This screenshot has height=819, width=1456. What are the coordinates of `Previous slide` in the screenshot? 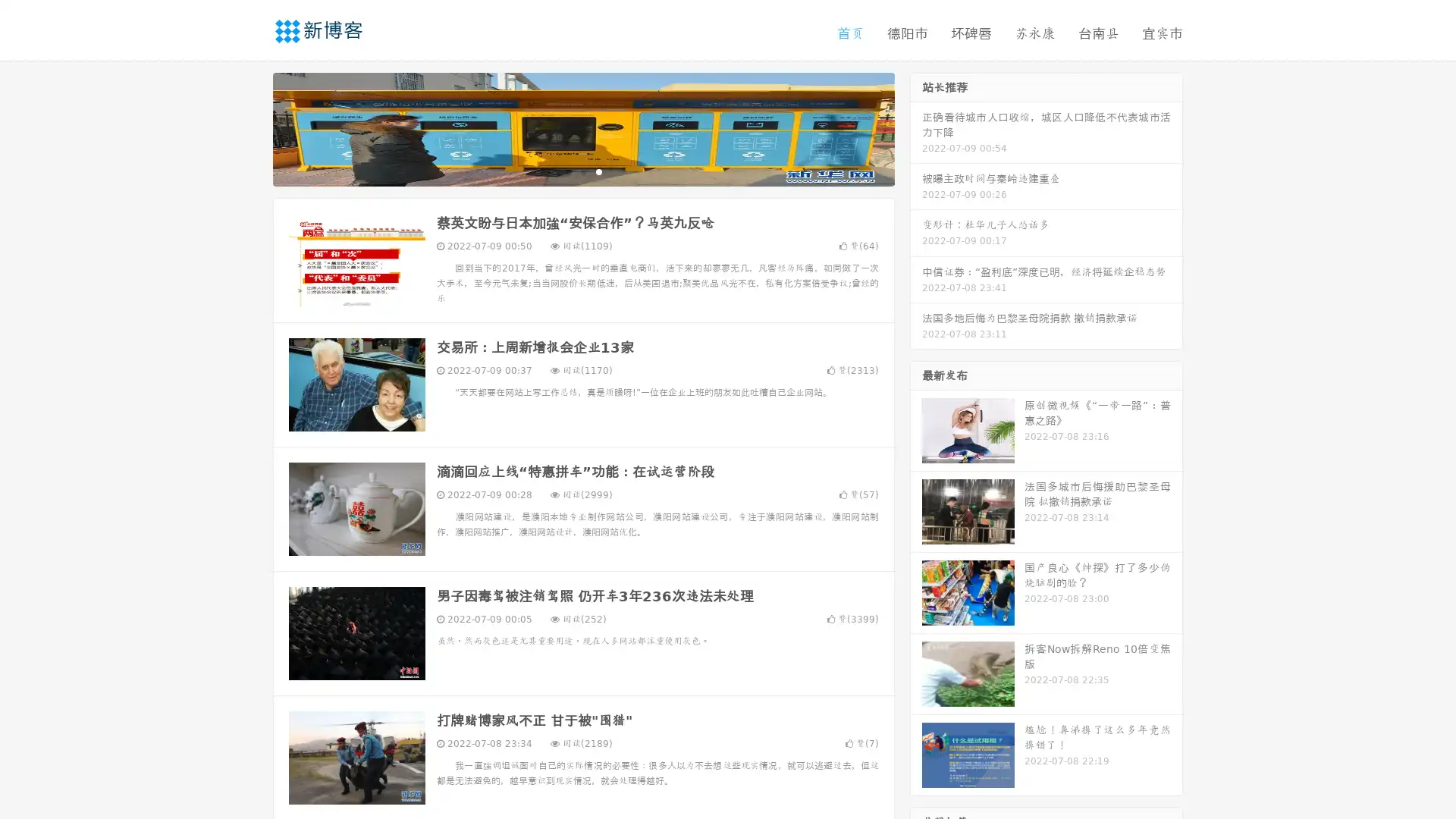 It's located at (250, 127).